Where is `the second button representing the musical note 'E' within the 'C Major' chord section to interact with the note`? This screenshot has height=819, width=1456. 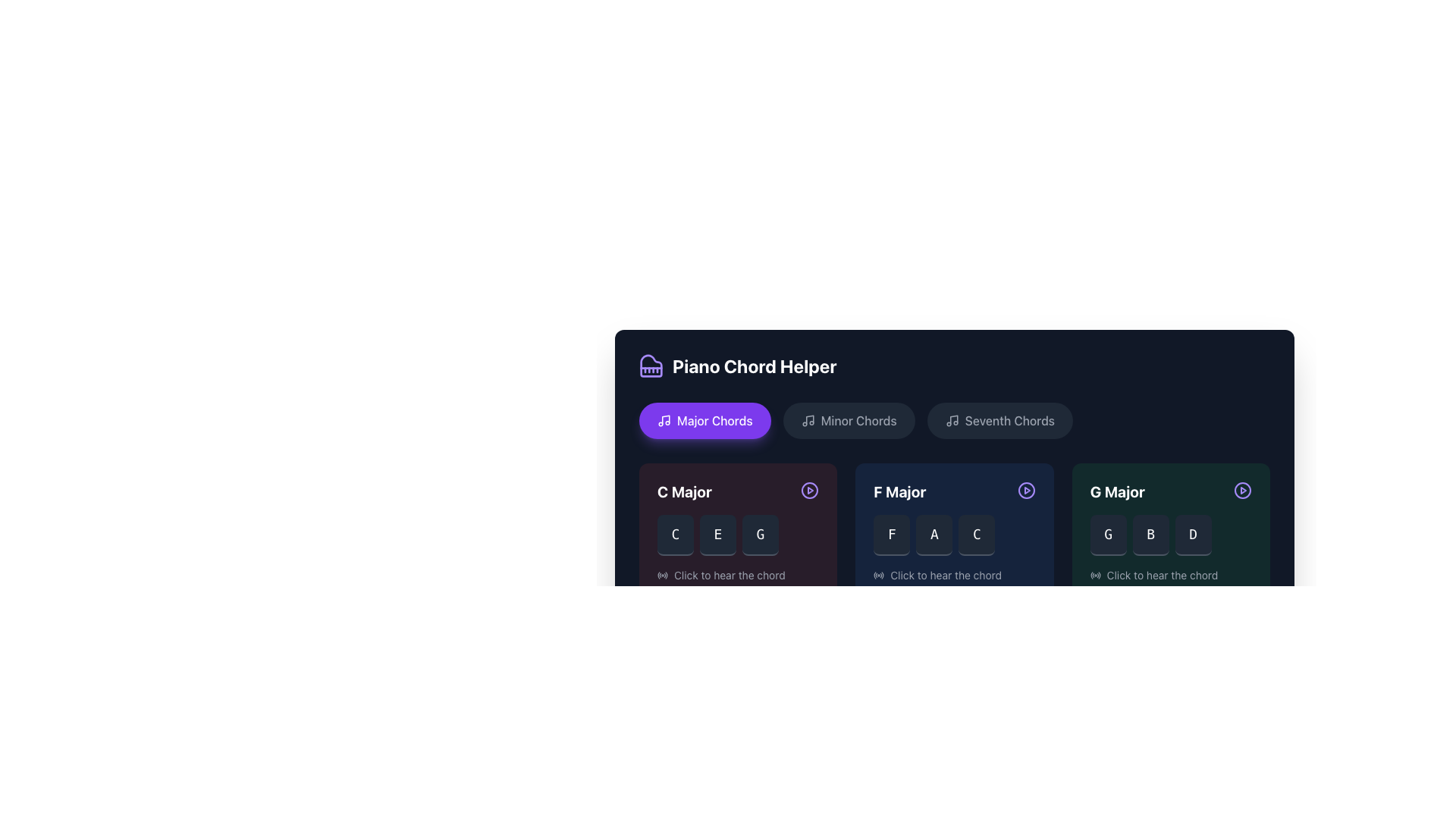 the second button representing the musical note 'E' within the 'C Major' chord section to interact with the note is located at coordinates (717, 534).